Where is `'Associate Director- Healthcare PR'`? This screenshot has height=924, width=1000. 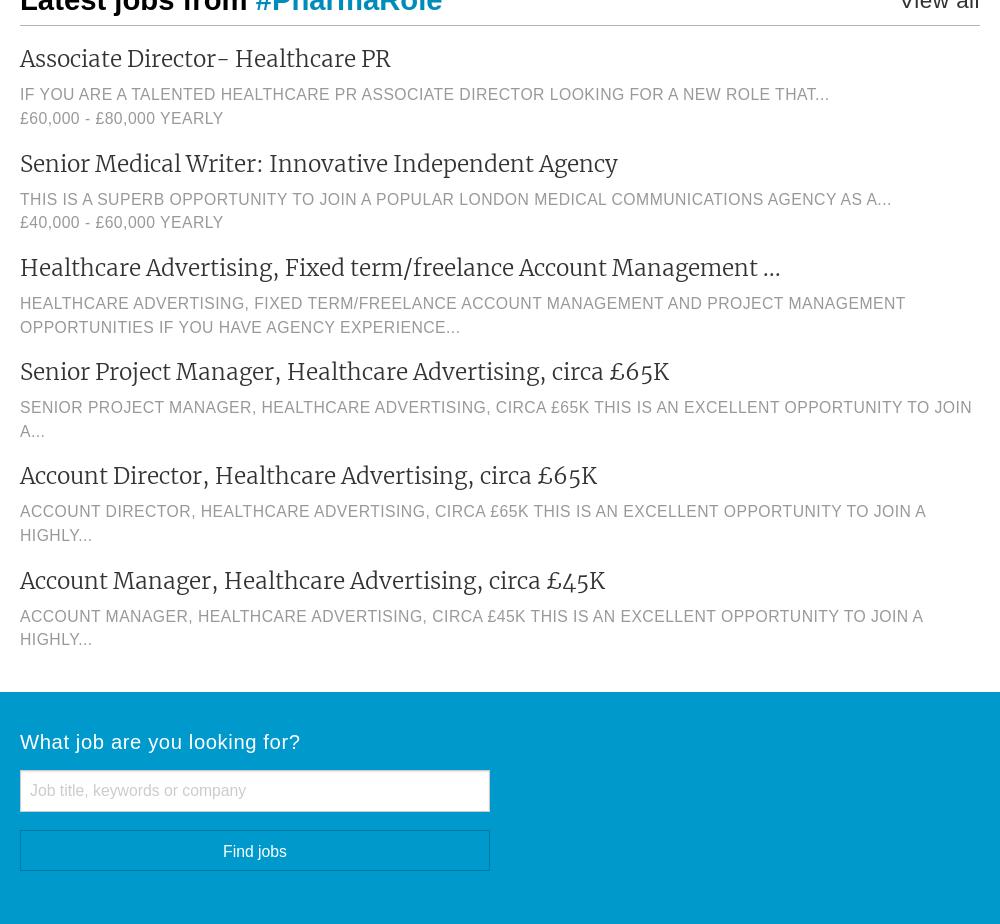 'Associate Director- Healthcare PR' is located at coordinates (20, 59).